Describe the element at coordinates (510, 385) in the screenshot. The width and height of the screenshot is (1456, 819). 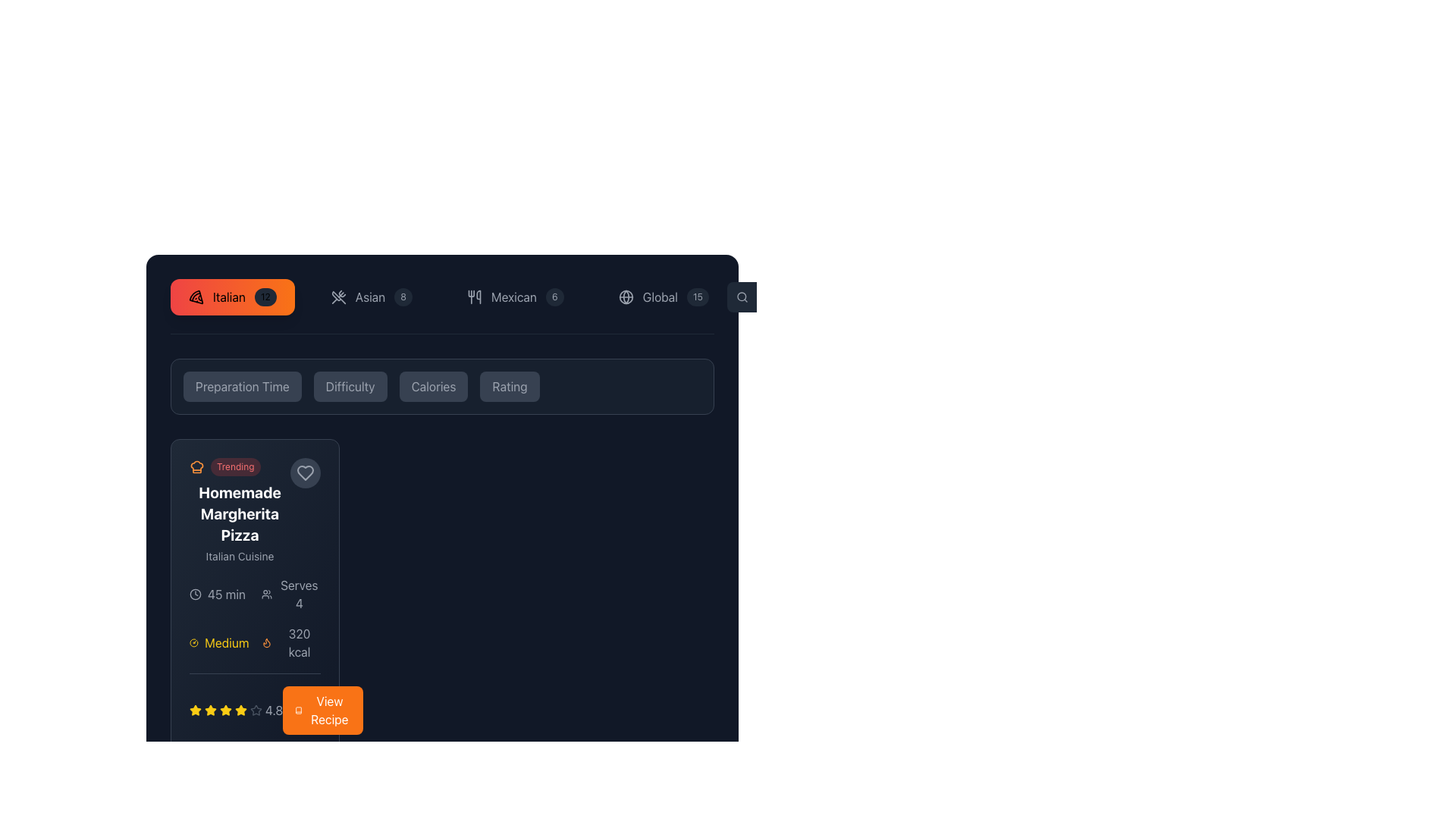
I see `the 'Rating' filter button, which is the fourth button in a horizontally aligned group of buttons labeled 'Preparation Time', 'Difficulty', 'Calories', and 'Rating', located just below the main navigation menu` at that location.